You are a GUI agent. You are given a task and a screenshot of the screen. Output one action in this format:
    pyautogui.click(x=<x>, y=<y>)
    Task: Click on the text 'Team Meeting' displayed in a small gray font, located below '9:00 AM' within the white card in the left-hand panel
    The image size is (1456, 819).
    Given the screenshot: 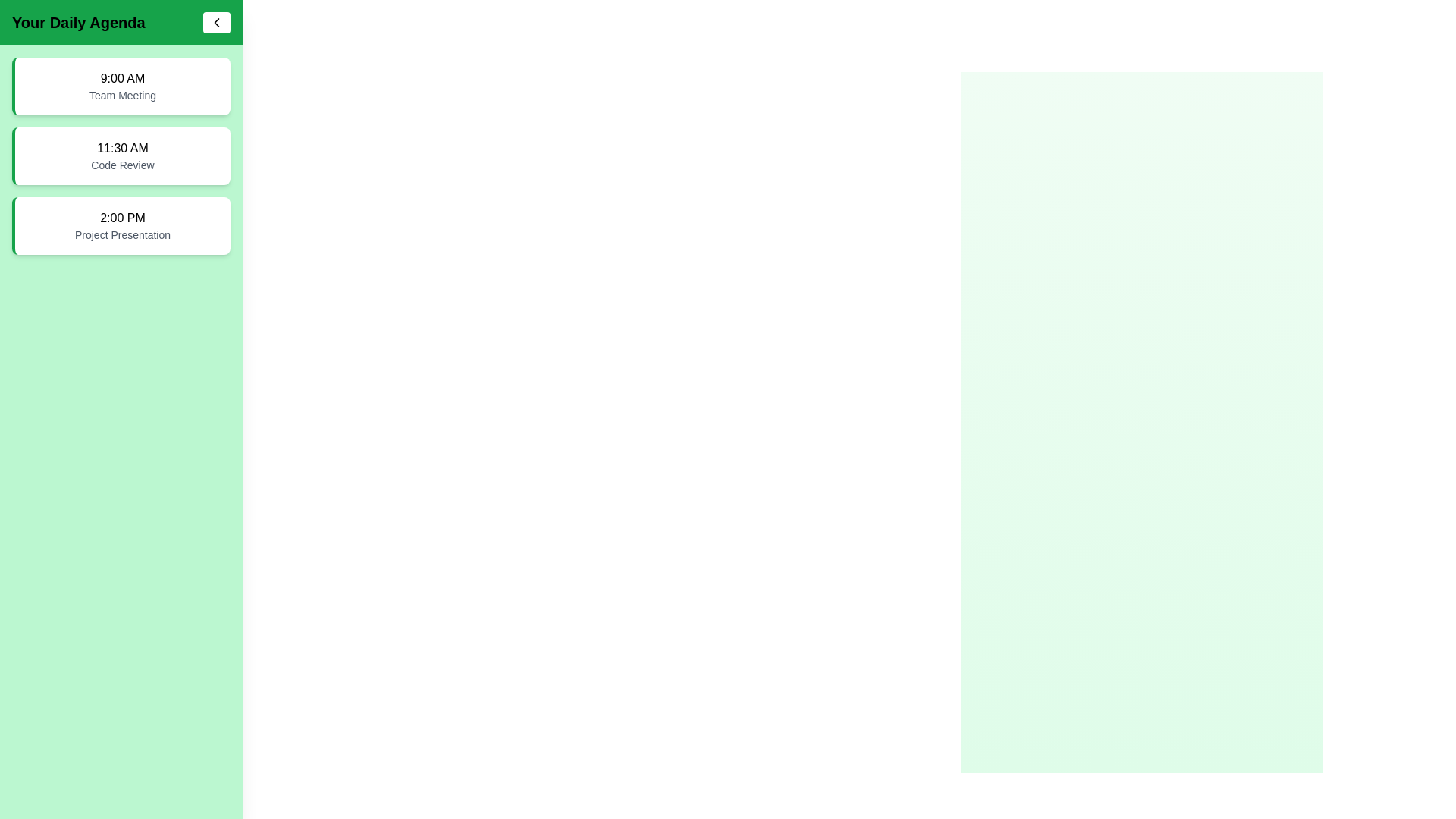 What is the action you would take?
    pyautogui.click(x=123, y=96)
    